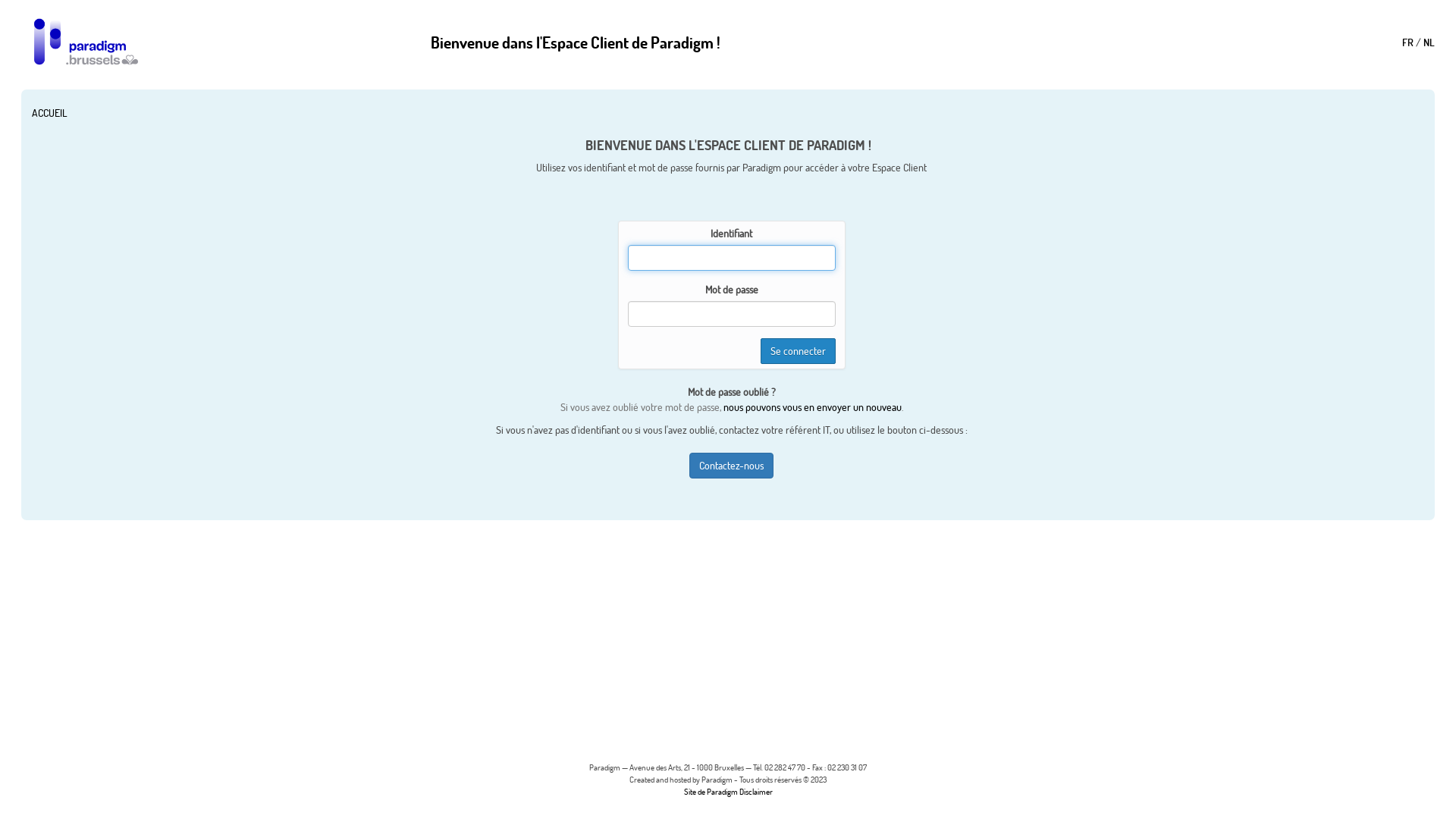  Describe the element at coordinates (731, 464) in the screenshot. I see `'Contactez-nous'` at that location.